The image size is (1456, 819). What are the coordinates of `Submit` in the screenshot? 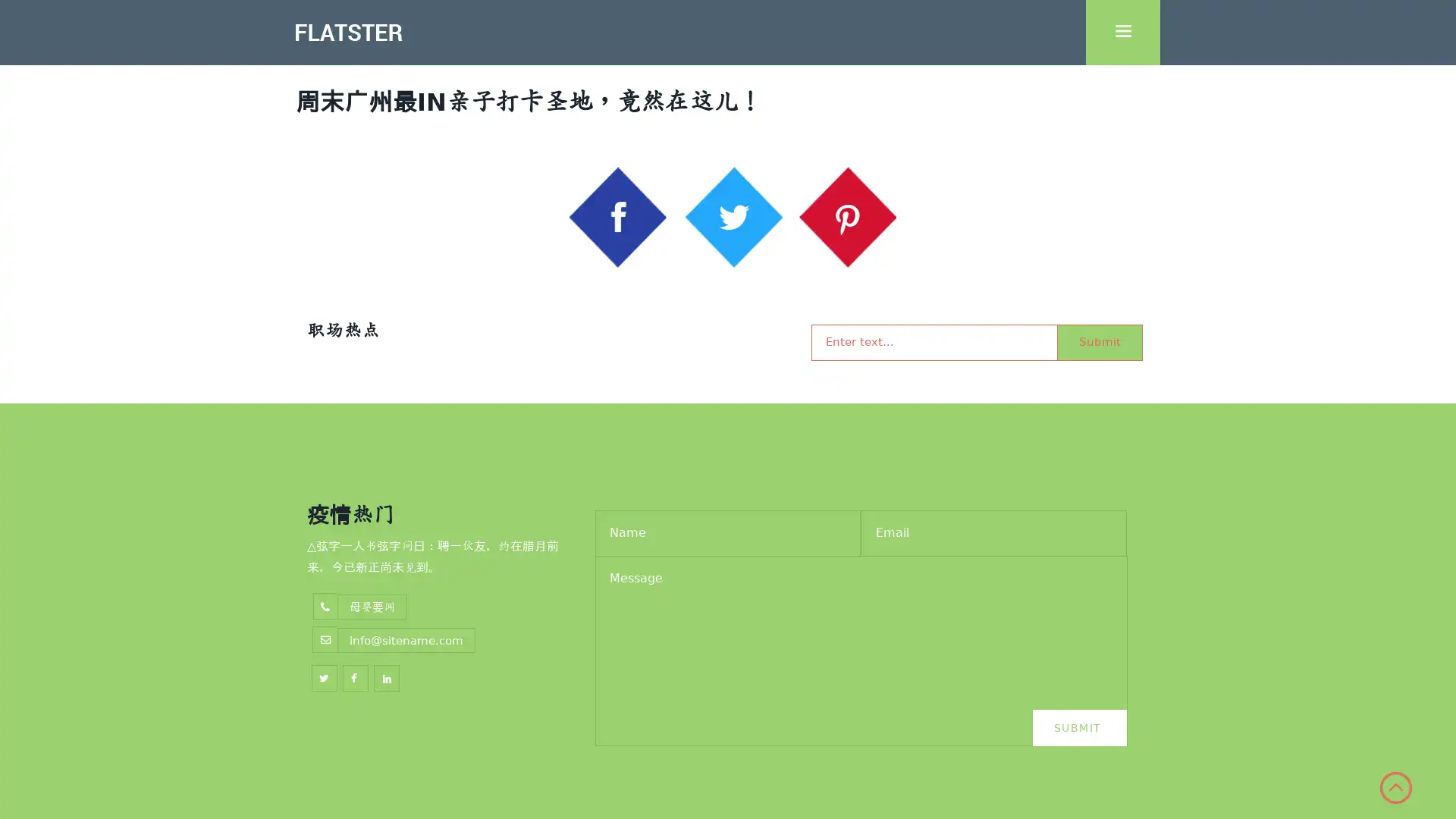 It's located at (1078, 726).